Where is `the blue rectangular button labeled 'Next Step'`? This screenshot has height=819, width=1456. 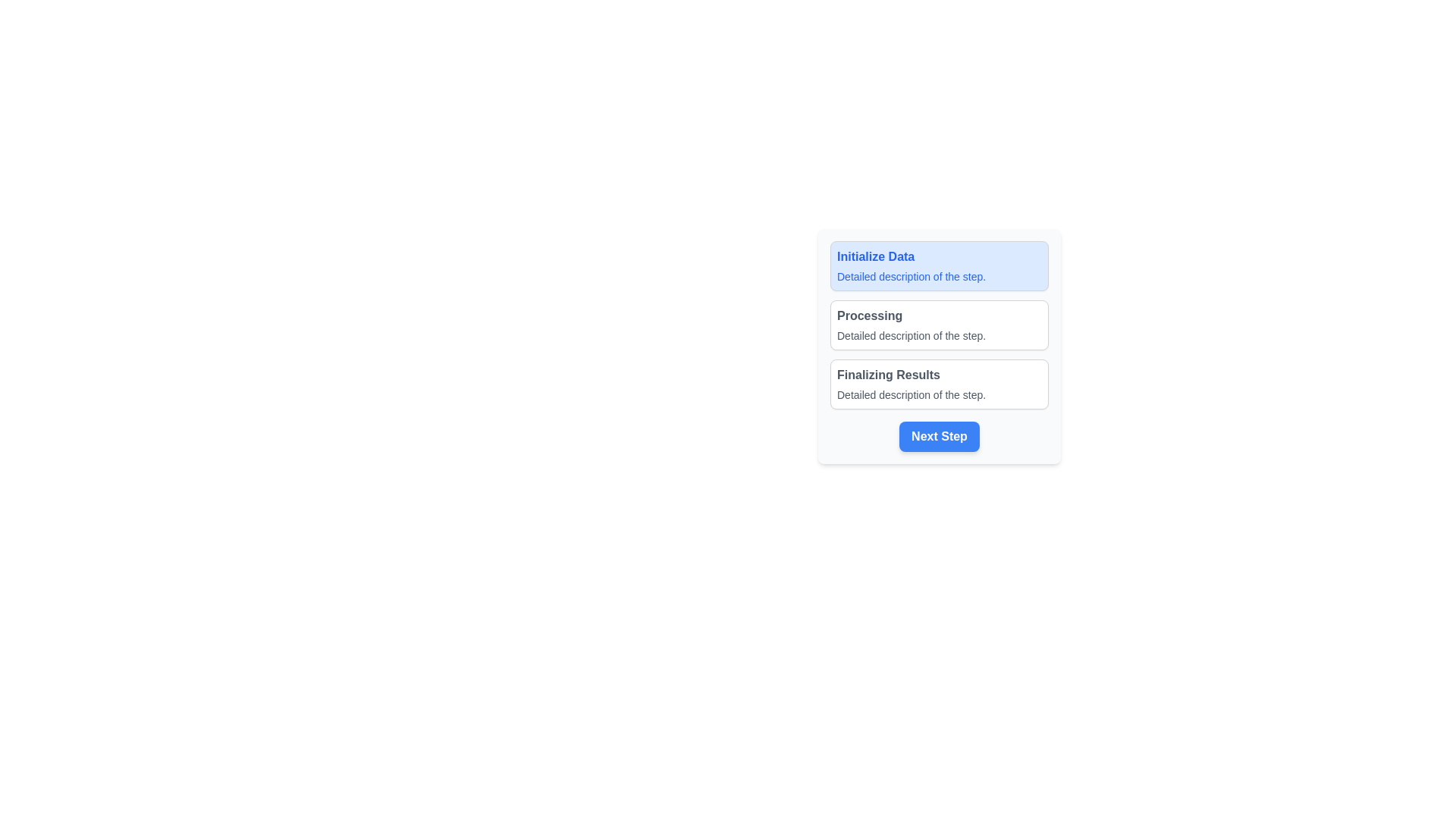
the blue rectangular button labeled 'Next Step' is located at coordinates (938, 436).